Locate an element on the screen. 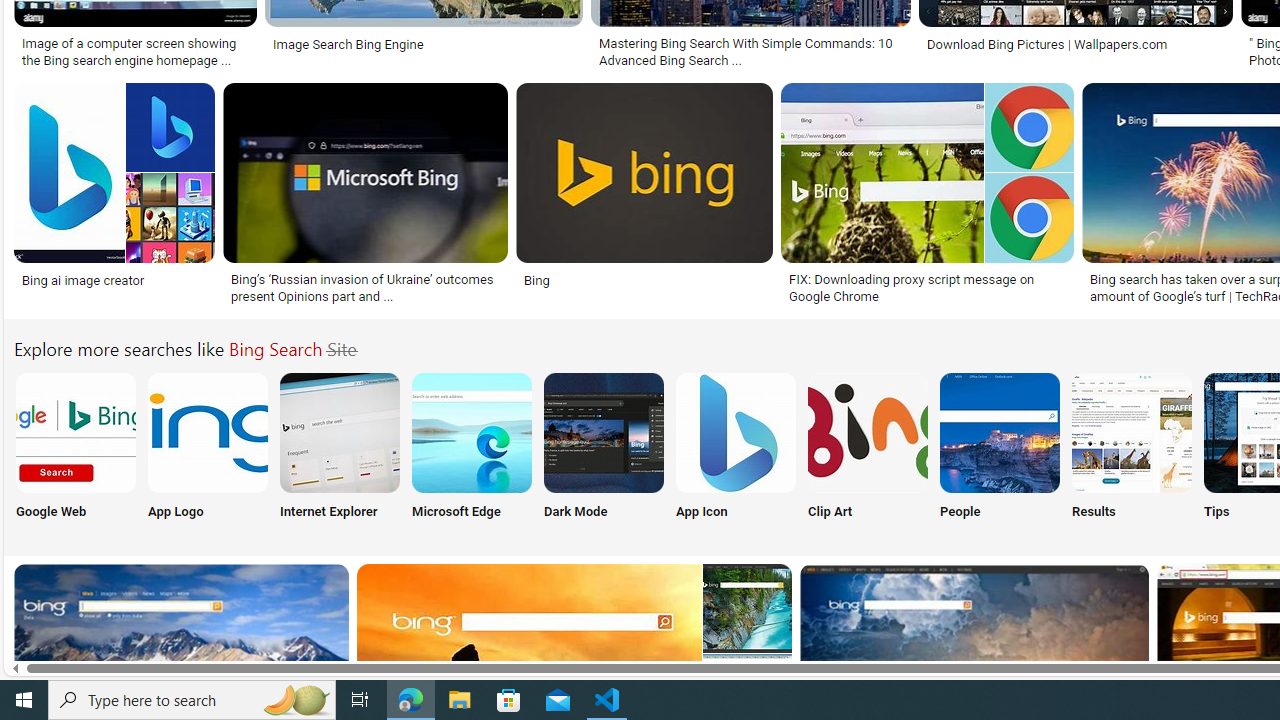  'Bing People Search People' is located at coordinates (999, 450).